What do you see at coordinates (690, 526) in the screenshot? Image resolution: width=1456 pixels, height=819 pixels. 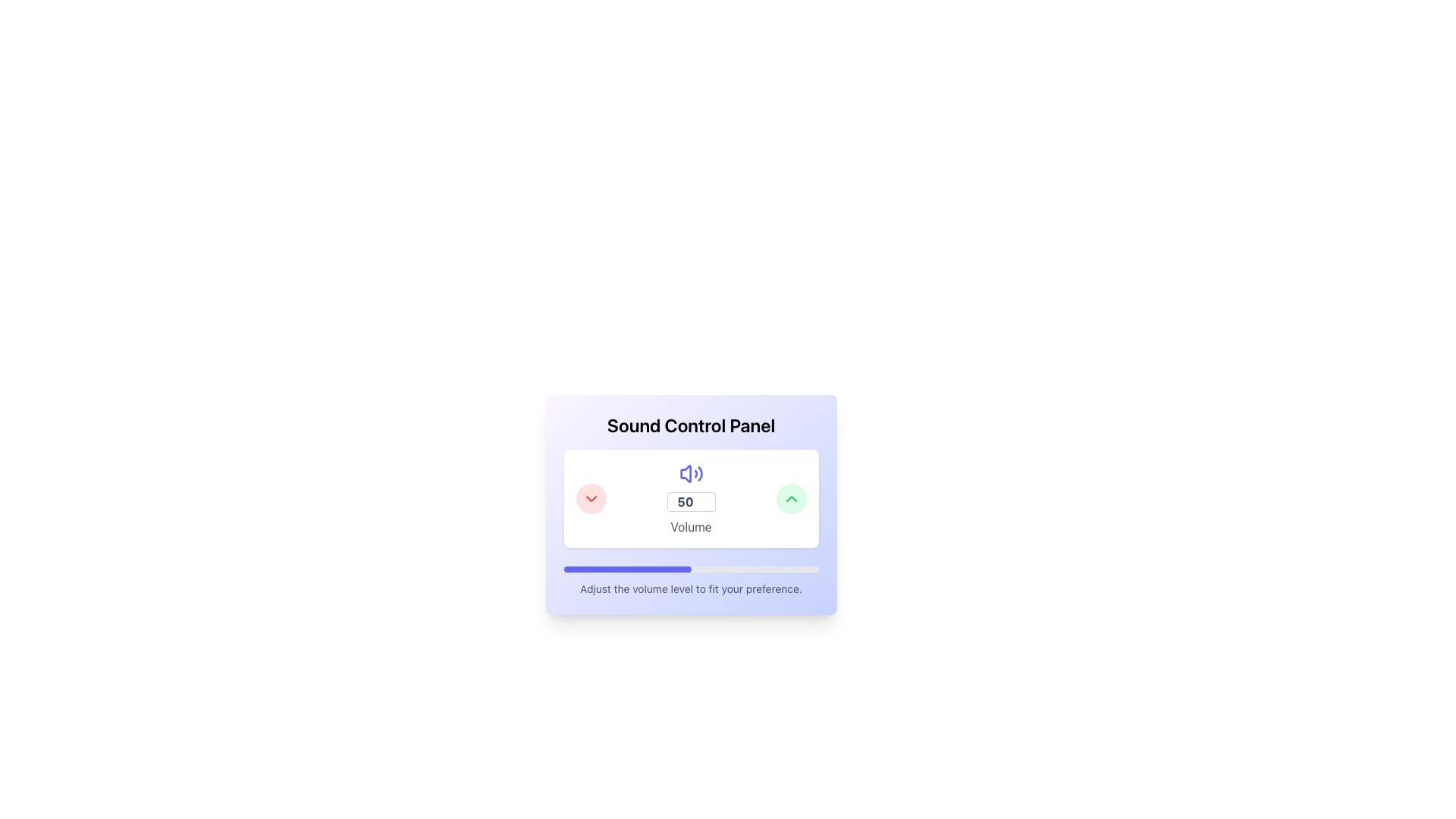 I see `description of the Text Label indicating the volume level in the 'Sound Control Panel' interface, located directly beneath the numeric input box displaying '50'` at bounding box center [690, 526].